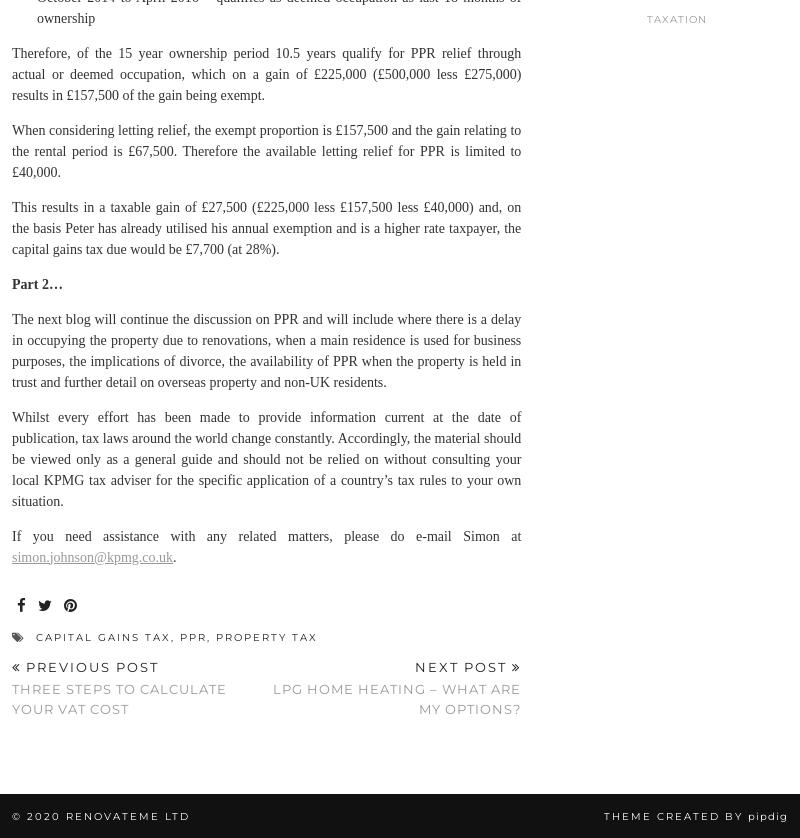 This screenshot has width=800, height=838. I want to click on 'Previous Post', so click(90, 664).